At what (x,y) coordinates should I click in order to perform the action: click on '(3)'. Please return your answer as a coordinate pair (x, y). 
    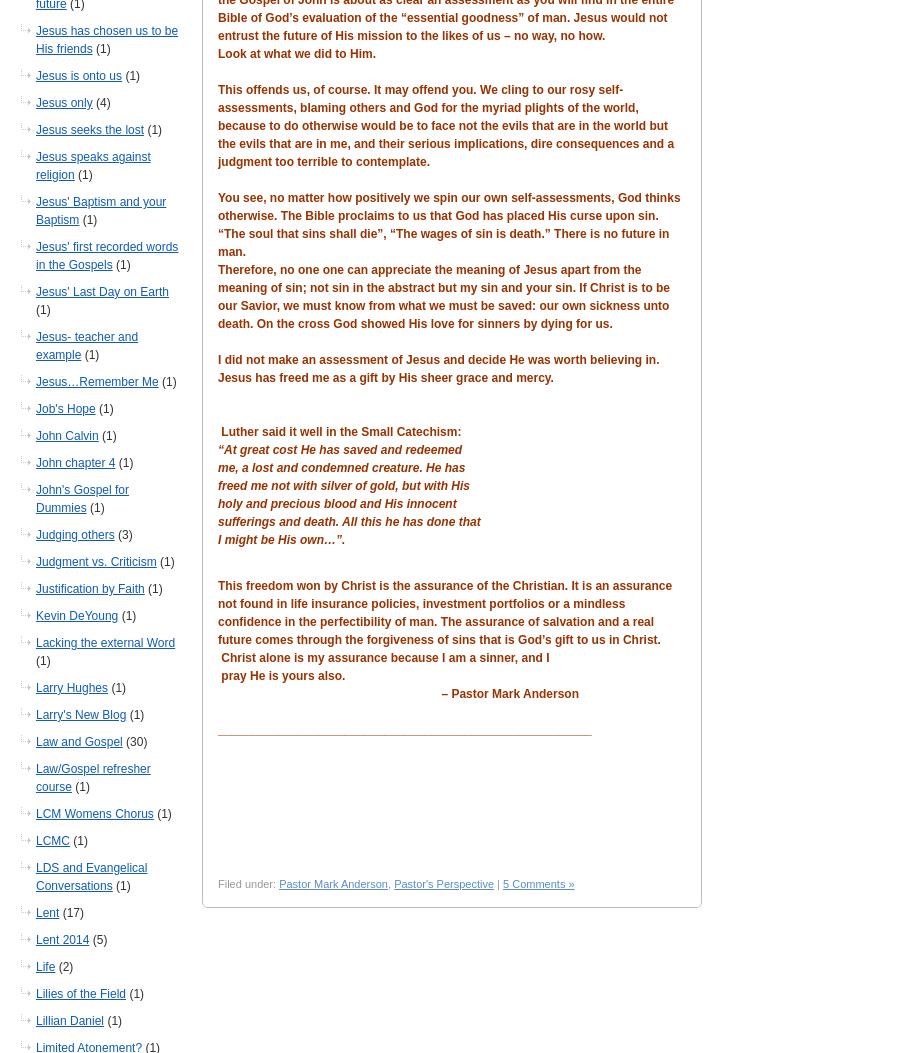
    Looking at the image, I should click on (122, 534).